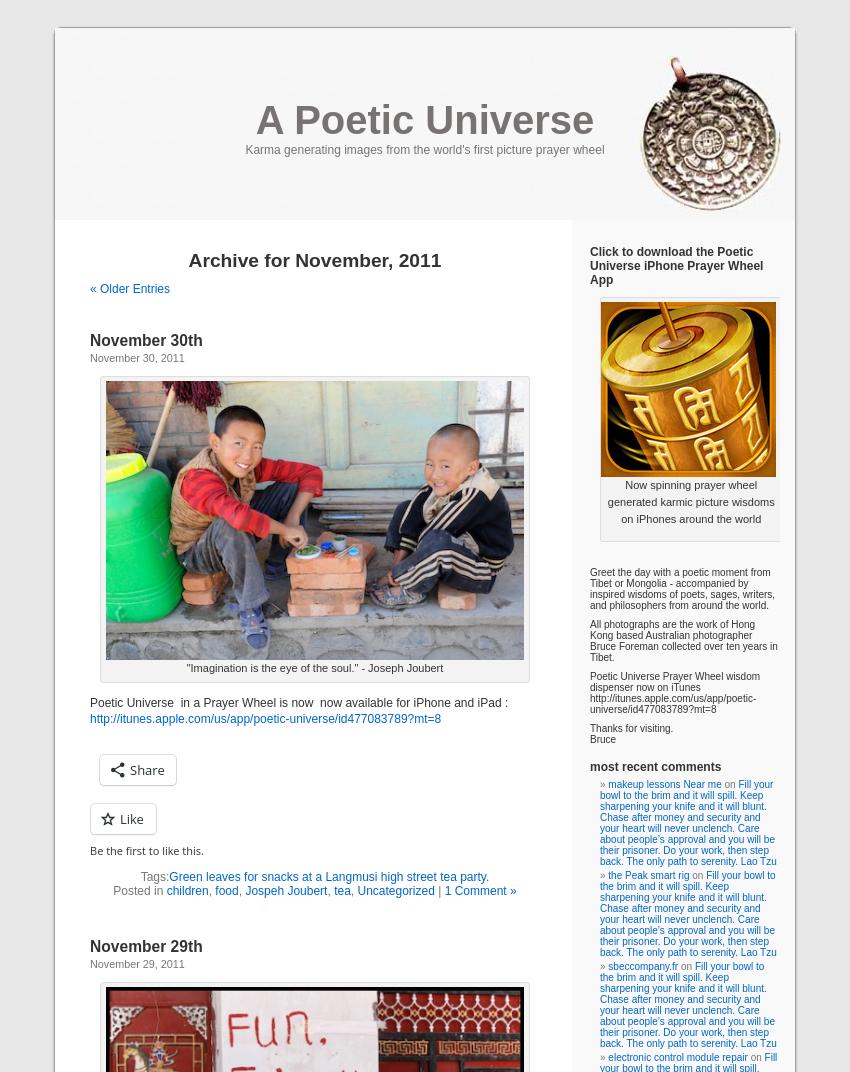 The height and width of the screenshot is (1072, 850). Describe the element at coordinates (314, 260) in the screenshot. I see `'Archive for November, 2011'` at that location.